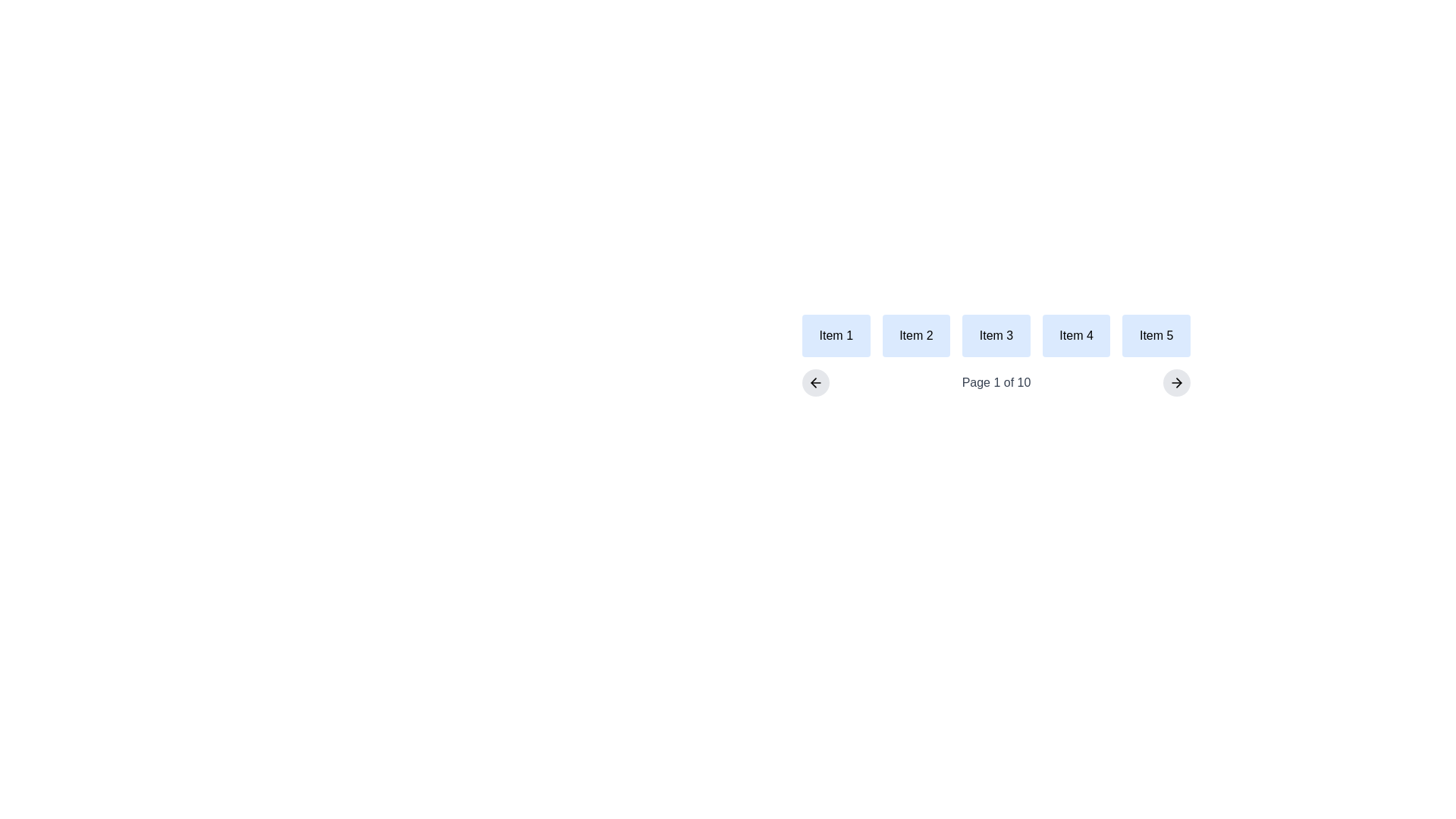  Describe the element at coordinates (1175, 382) in the screenshot. I see `the navigation button located on the far right of the pagination section, aligned with 'Page 1 of 10' and the left-arrow button, to change its appearance slightly` at that location.